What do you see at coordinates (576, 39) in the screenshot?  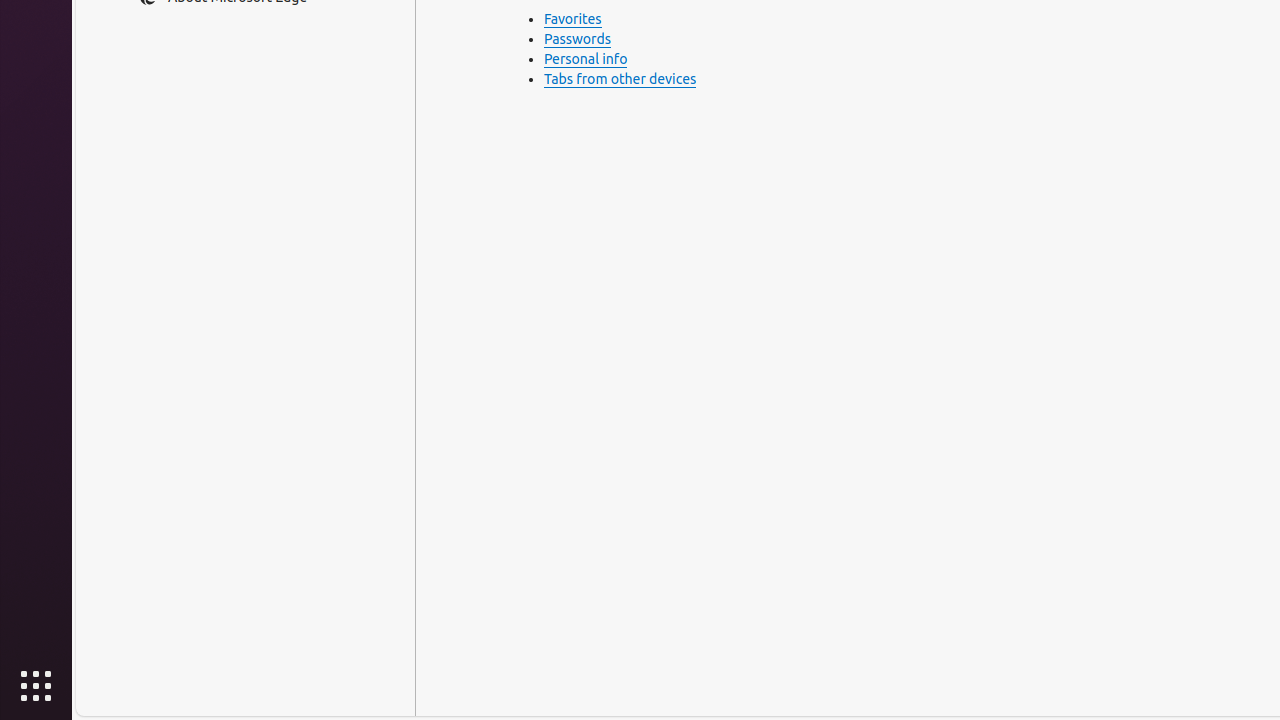 I see `'Passwords'` at bounding box center [576, 39].